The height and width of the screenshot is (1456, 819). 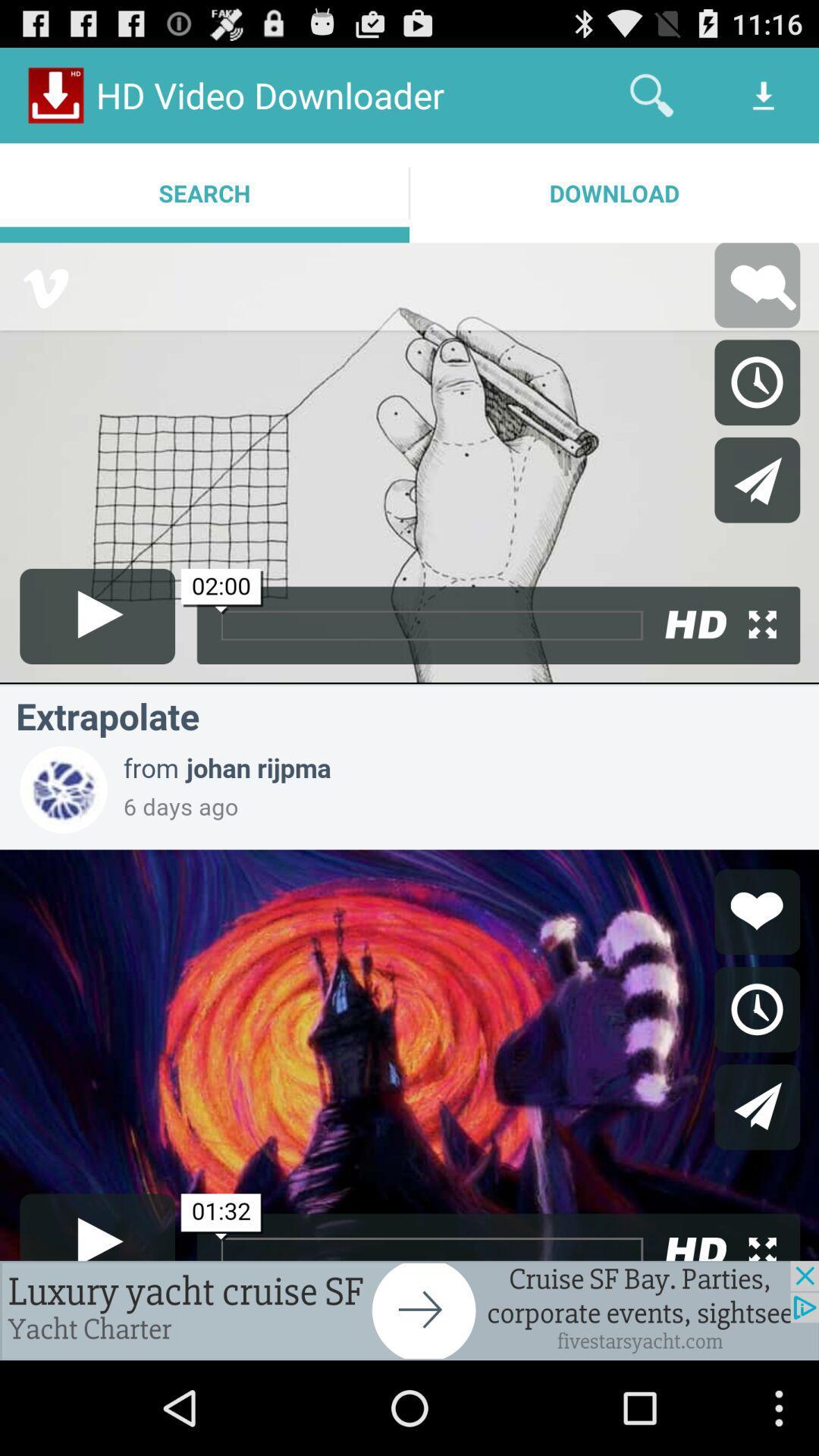 I want to click on the item next to the hd video downloader item, so click(x=651, y=94).